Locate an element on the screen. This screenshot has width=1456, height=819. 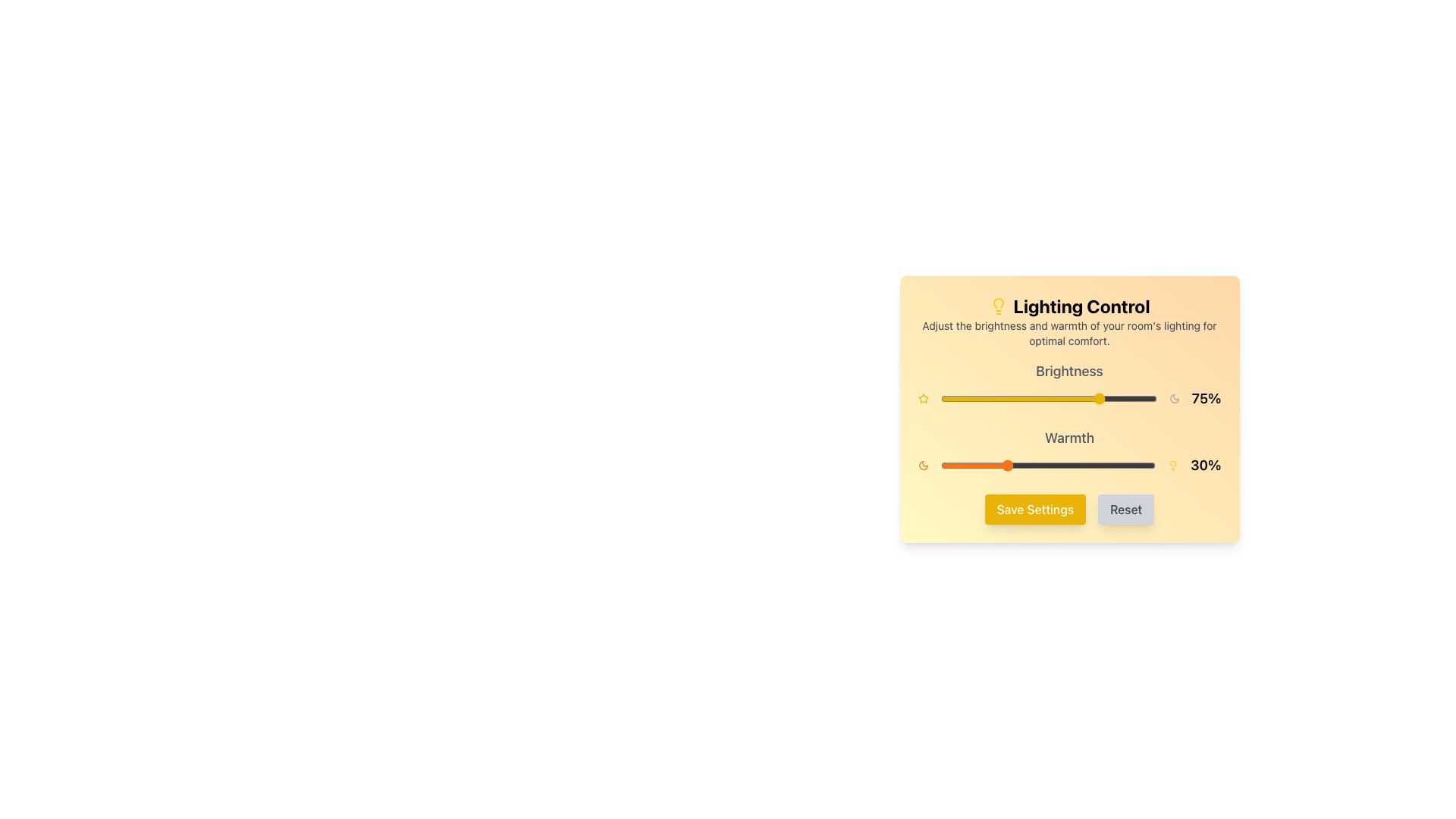
warmth is located at coordinates (1112, 464).